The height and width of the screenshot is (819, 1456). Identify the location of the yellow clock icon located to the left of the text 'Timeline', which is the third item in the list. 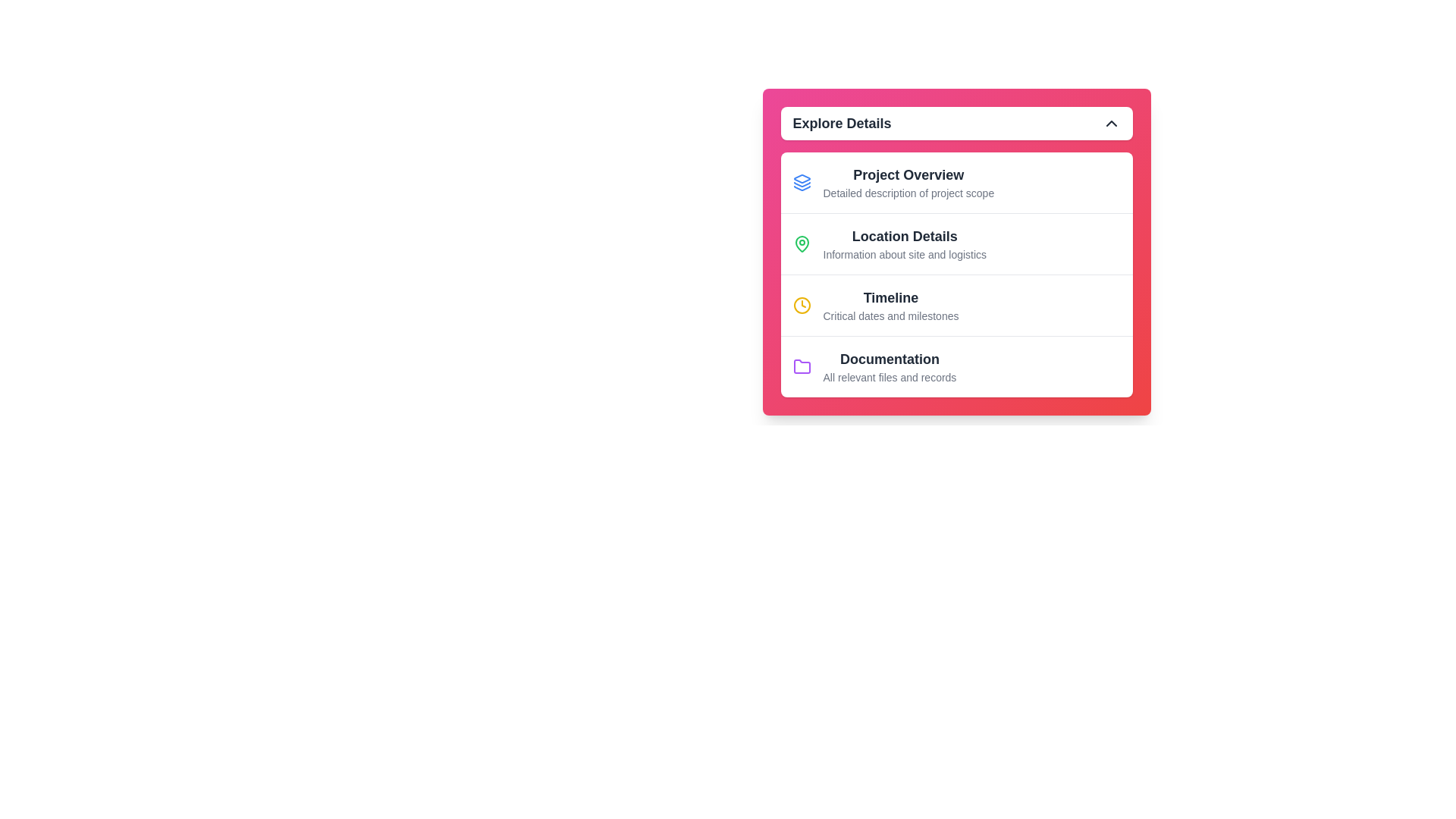
(801, 305).